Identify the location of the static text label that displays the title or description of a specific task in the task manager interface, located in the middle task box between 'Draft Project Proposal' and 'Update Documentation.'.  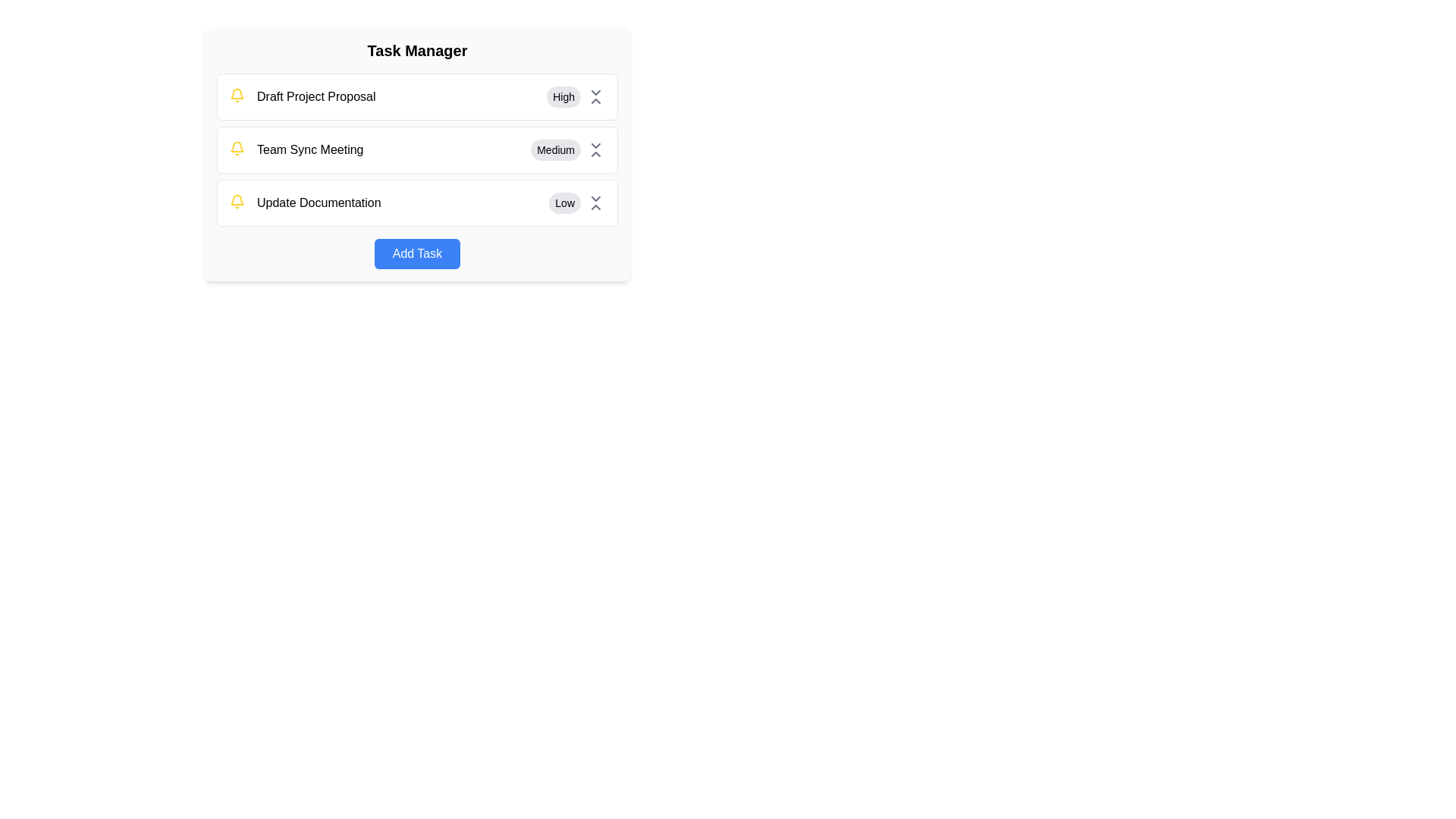
(297, 149).